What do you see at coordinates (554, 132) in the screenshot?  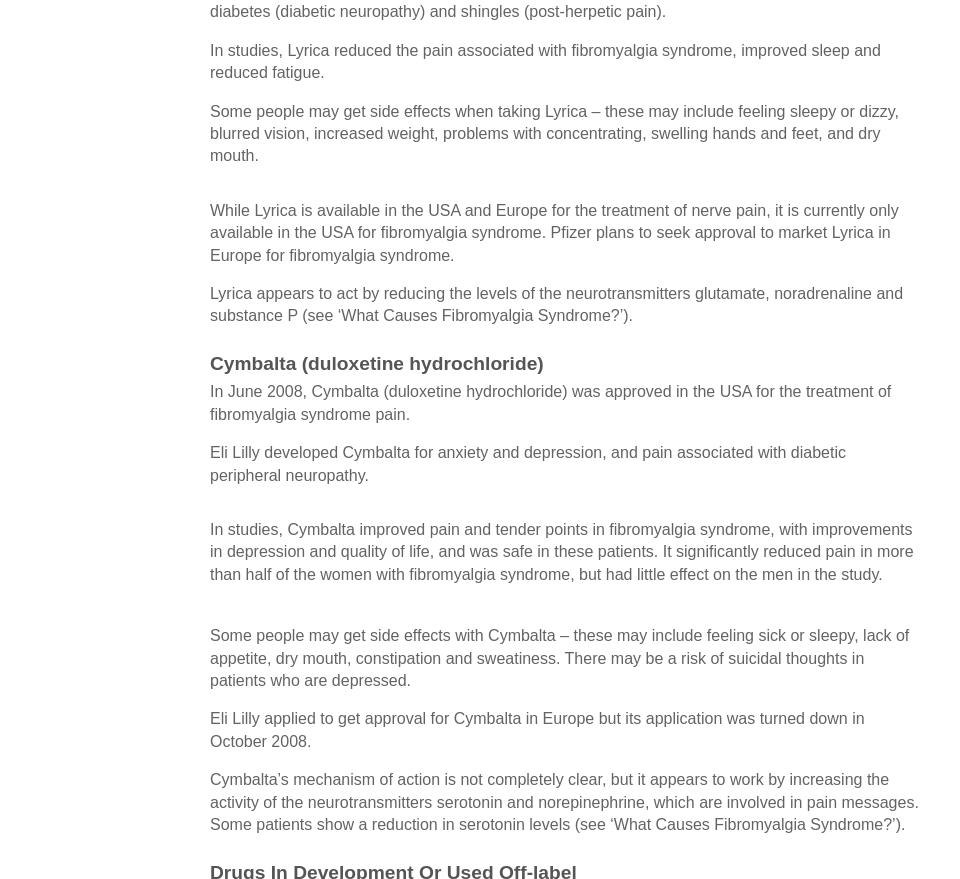 I see `'Some people may get side effects when taking Lyrica – these may include feeling sleepy or dizzy, blurred vision, increased weight, problems with concentrating, swelling hands and feet, and dry mouth.'` at bounding box center [554, 132].